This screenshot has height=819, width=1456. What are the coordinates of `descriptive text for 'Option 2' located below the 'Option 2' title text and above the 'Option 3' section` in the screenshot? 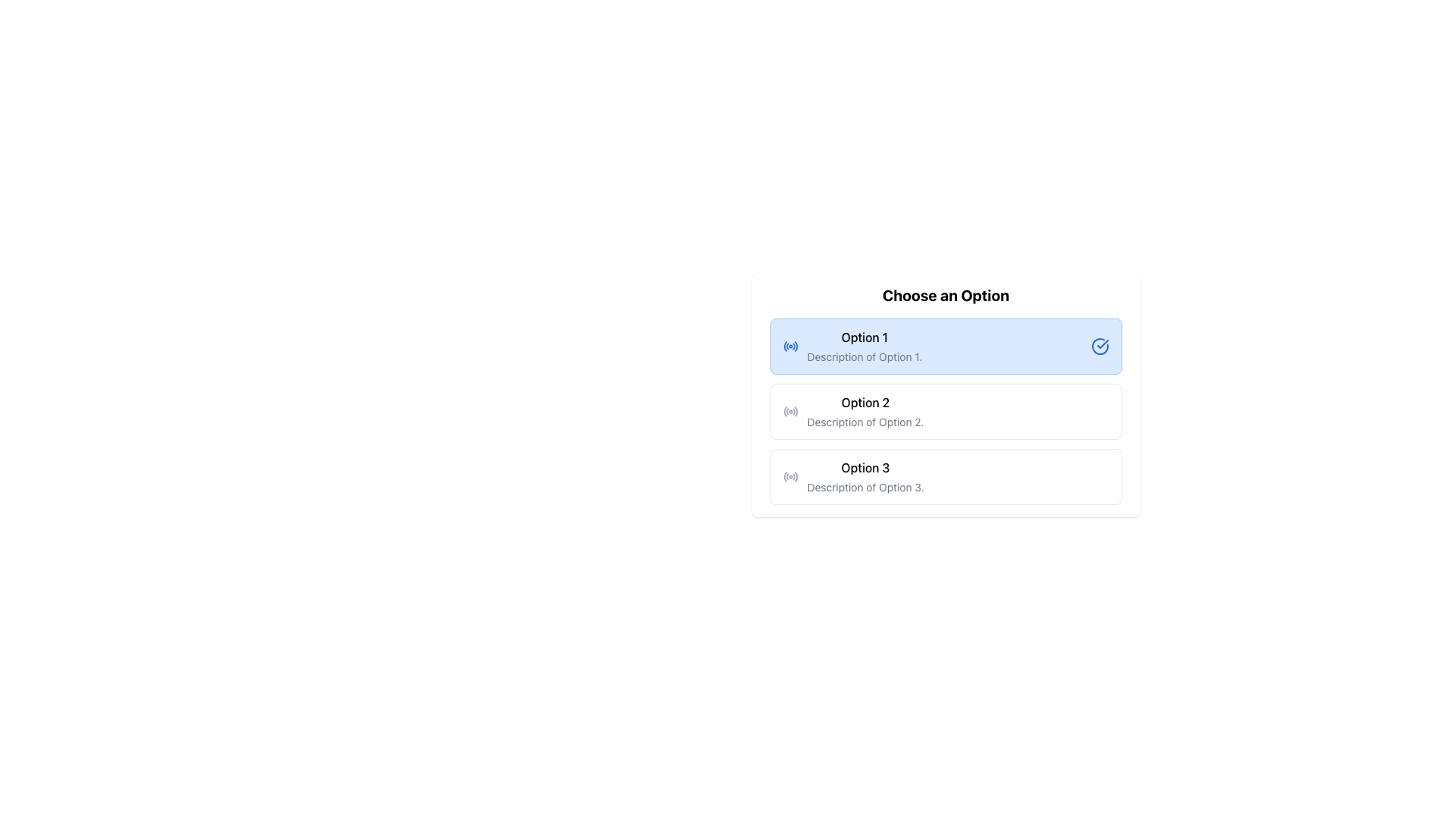 It's located at (865, 422).